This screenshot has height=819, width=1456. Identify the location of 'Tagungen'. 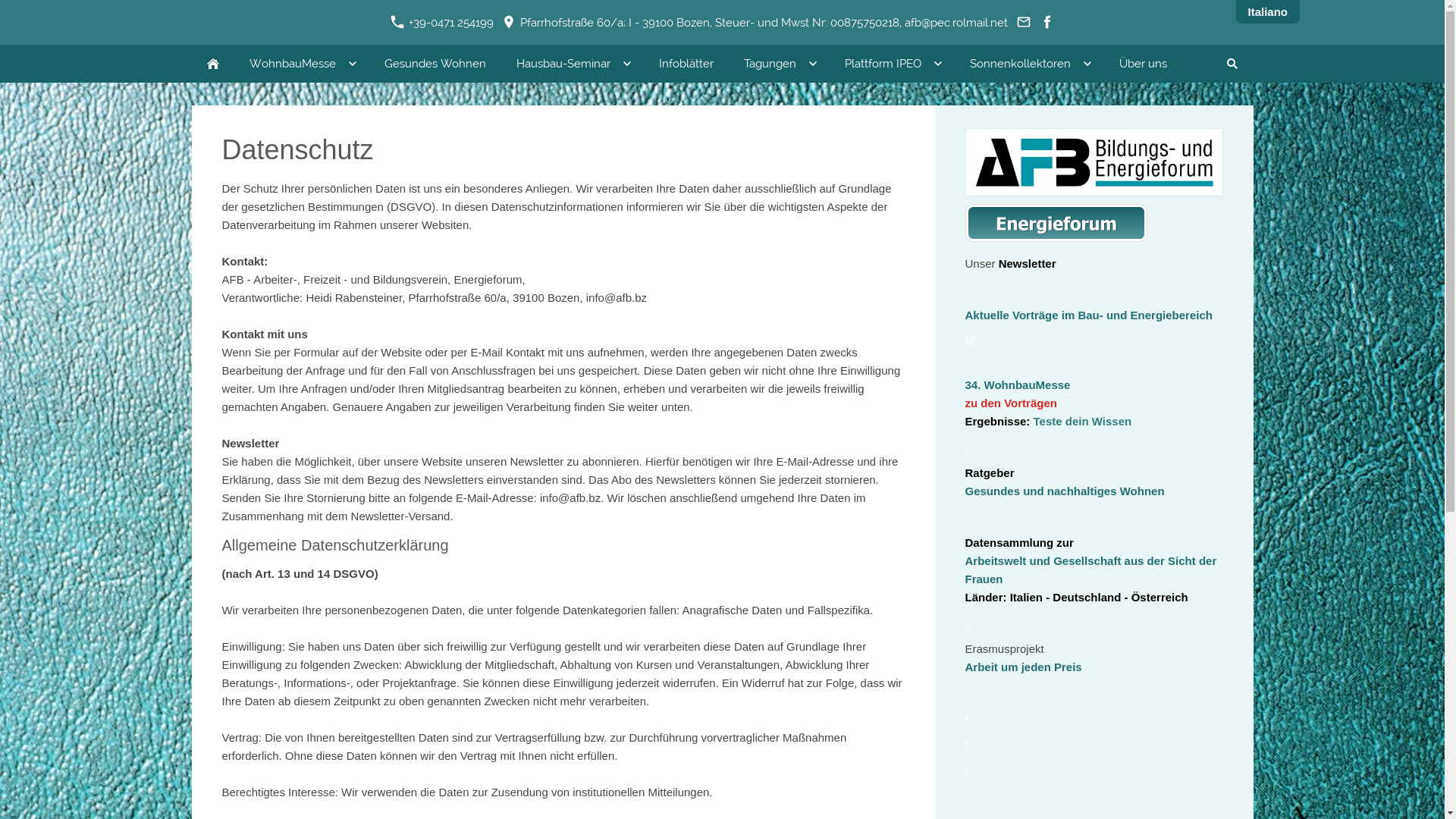
(778, 63).